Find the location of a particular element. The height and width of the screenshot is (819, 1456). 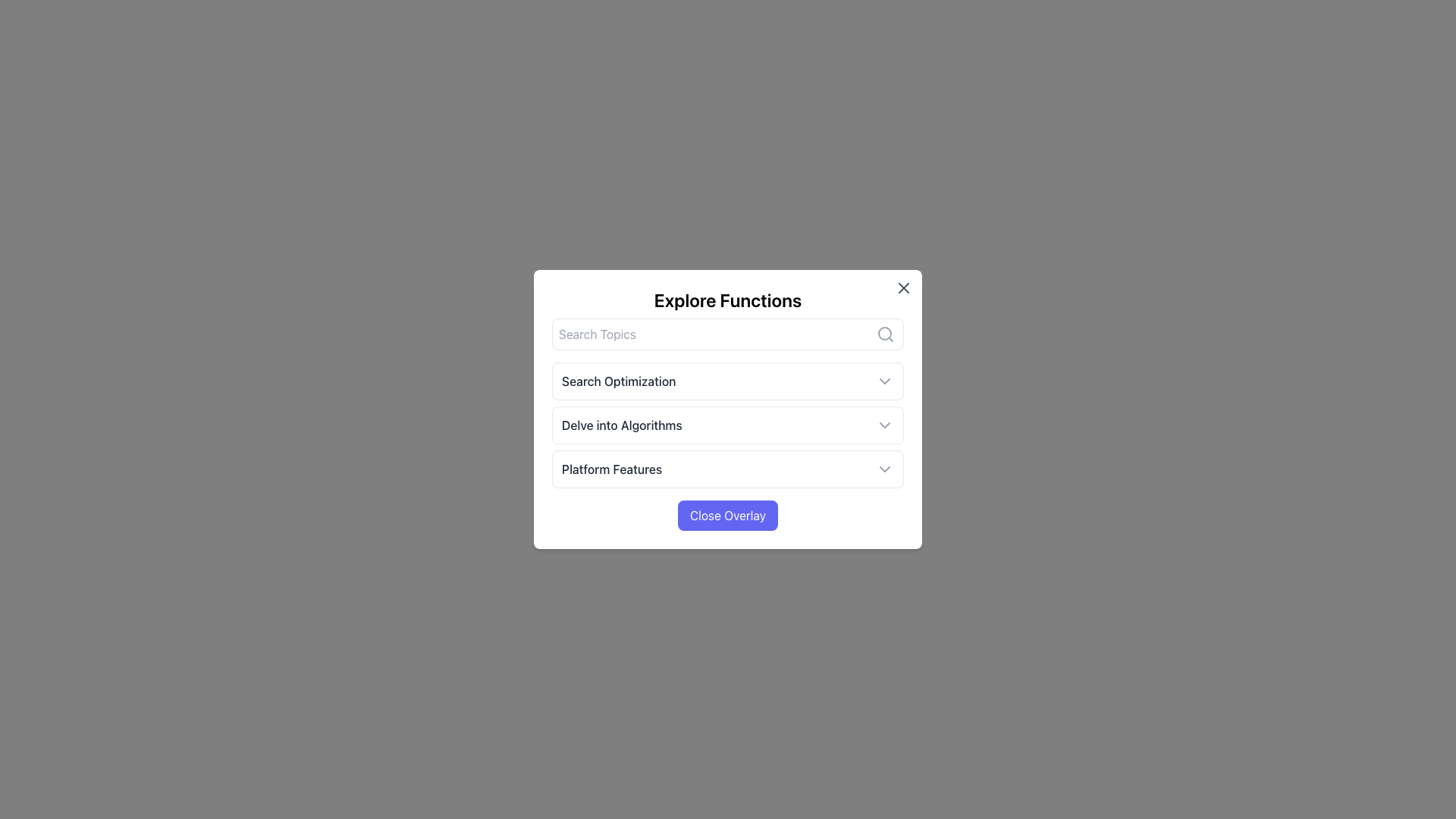

the text label displaying 'Delve into Algorithms' in dark gray font, centrally positioned in the modal's middle section is located at coordinates (622, 425).